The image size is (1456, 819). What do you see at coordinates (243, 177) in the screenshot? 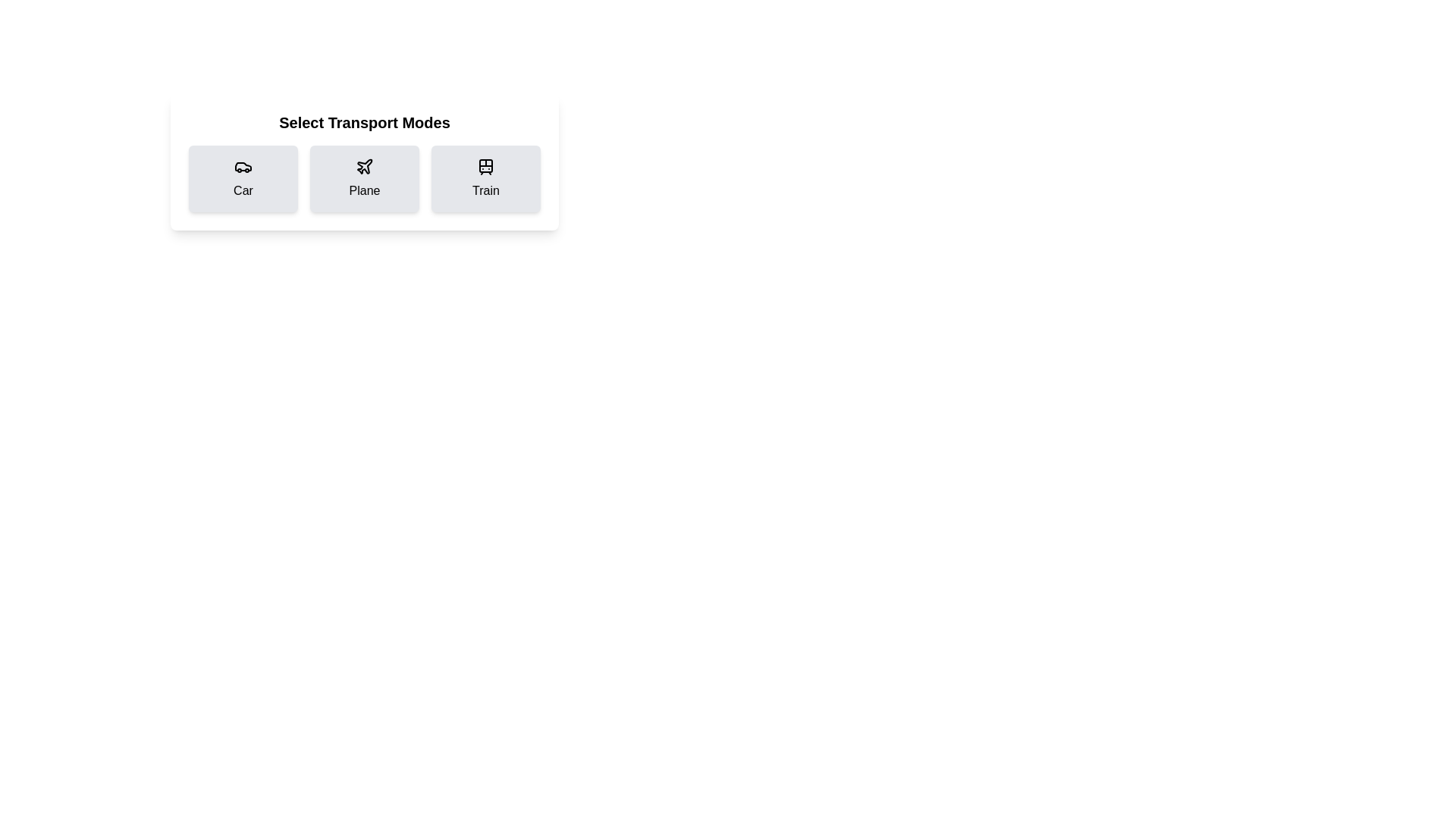
I see `the card representing the transport mode Car to select it` at bounding box center [243, 177].